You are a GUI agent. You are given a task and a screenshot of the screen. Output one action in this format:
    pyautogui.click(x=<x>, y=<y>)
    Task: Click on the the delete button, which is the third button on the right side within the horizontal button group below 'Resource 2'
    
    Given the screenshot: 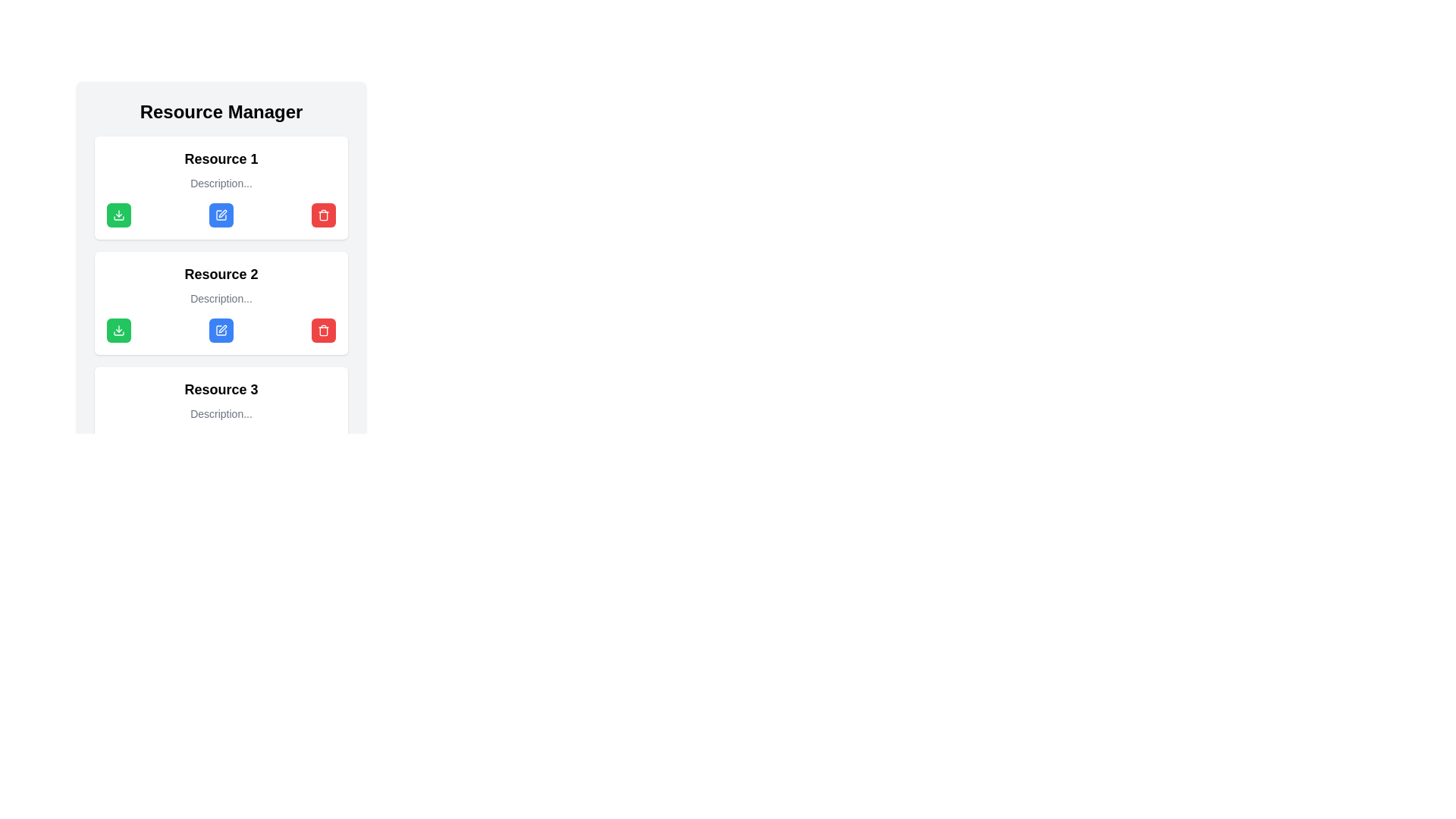 What is the action you would take?
    pyautogui.click(x=323, y=329)
    